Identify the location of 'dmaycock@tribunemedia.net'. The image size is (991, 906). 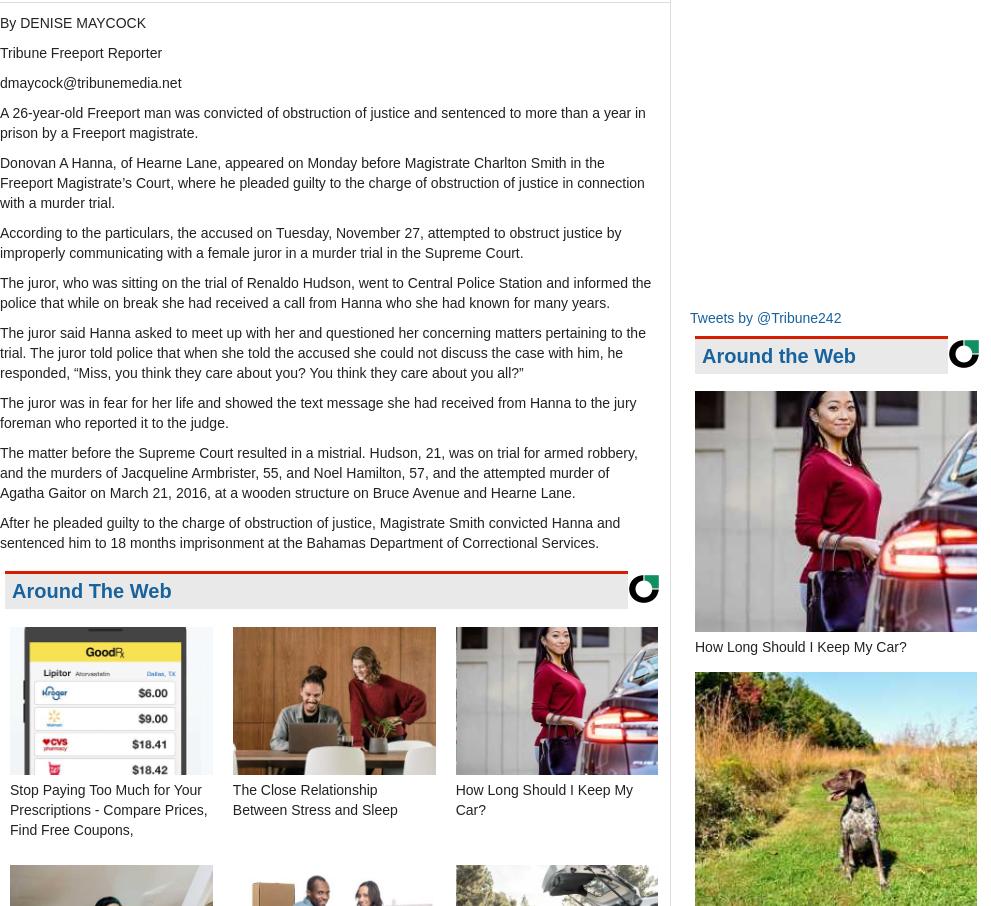
(90, 82).